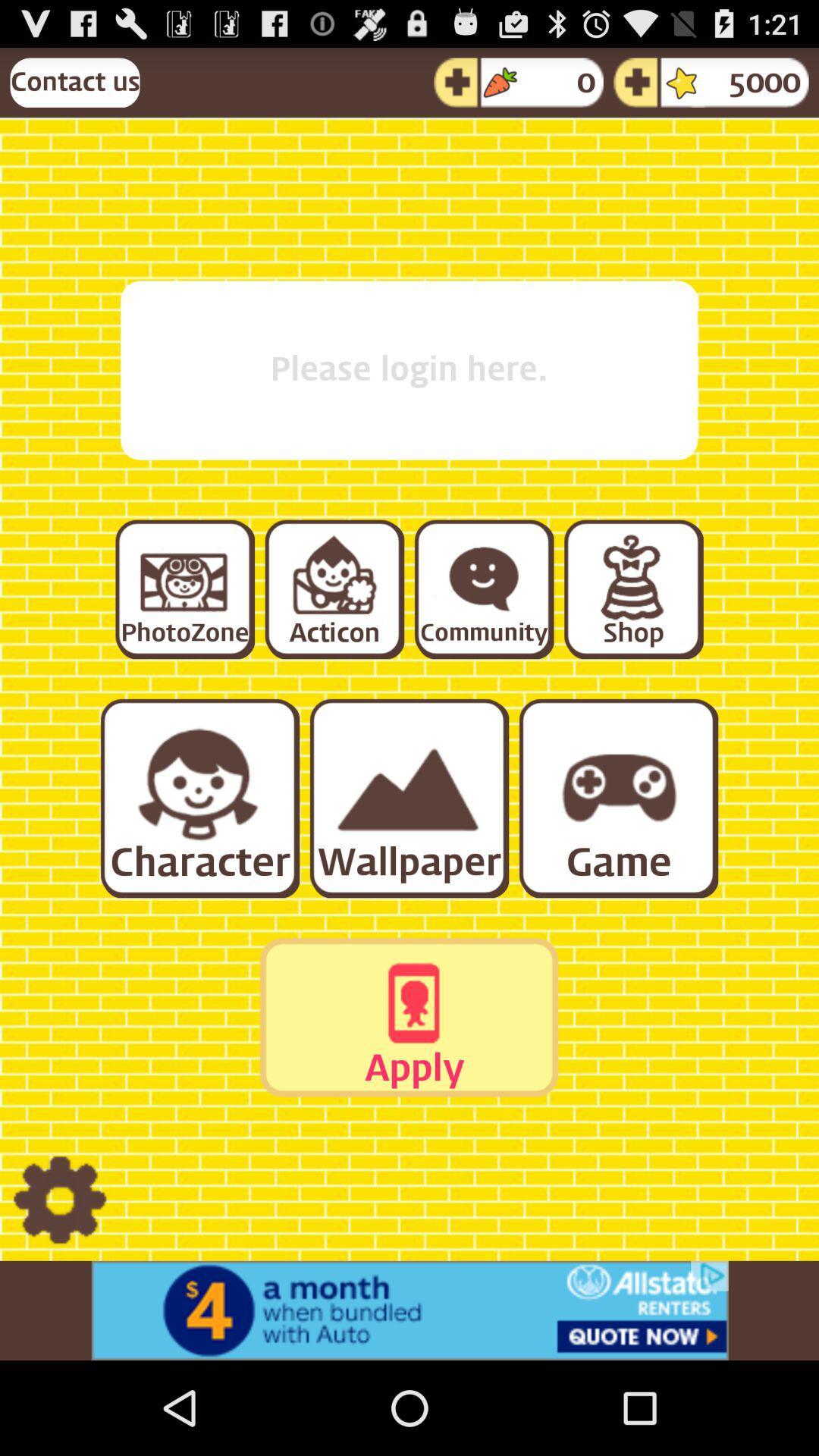 Image resolution: width=819 pixels, height=1456 pixels. What do you see at coordinates (198, 796) in the screenshot?
I see `character` at bounding box center [198, 796].